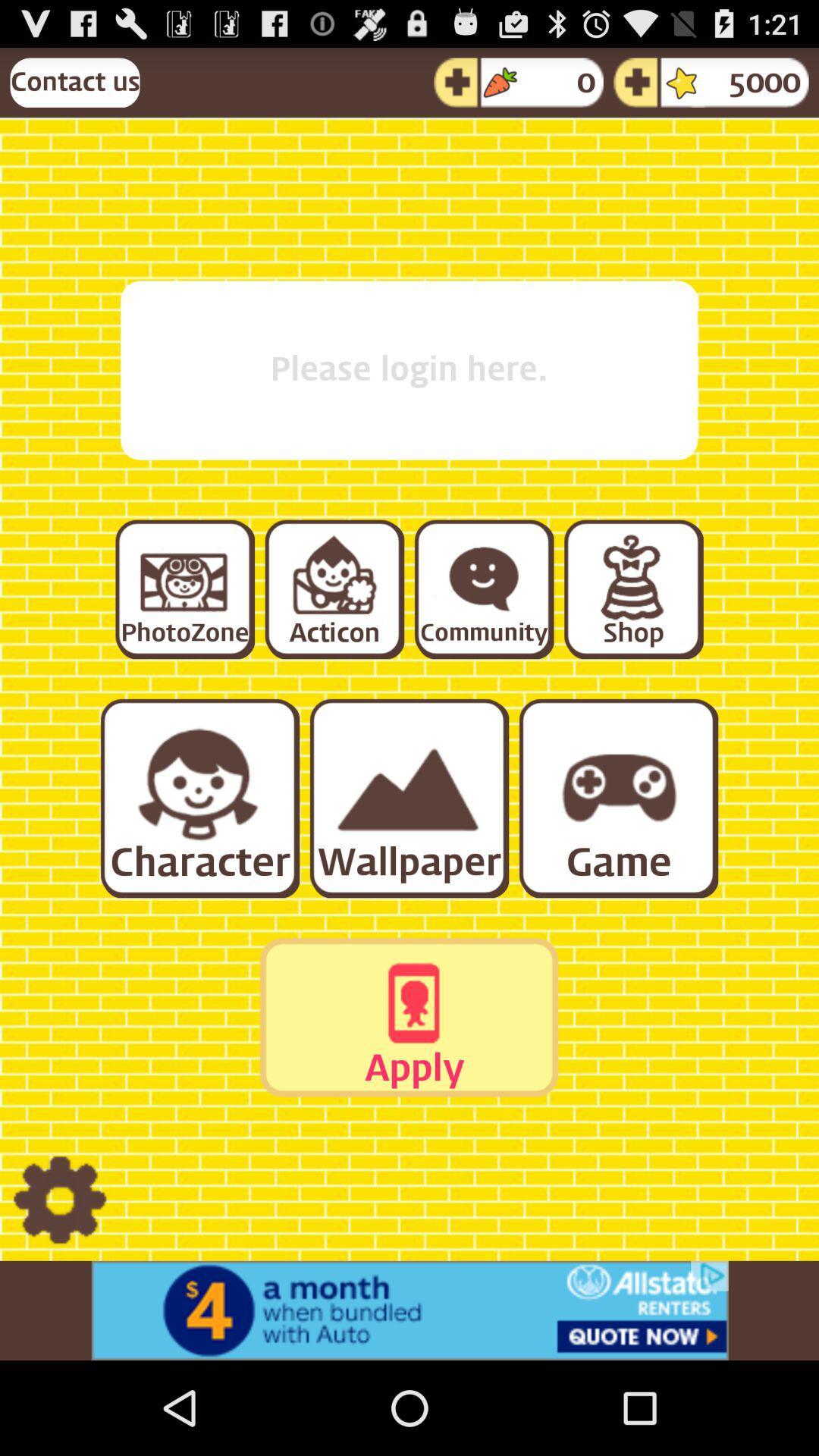 Image resolution: width=819 pixels, height=1456 pixels. What do you see at coordinates (198, 796) in the screenshot?
I see `character` at bounding box center [198, 796].